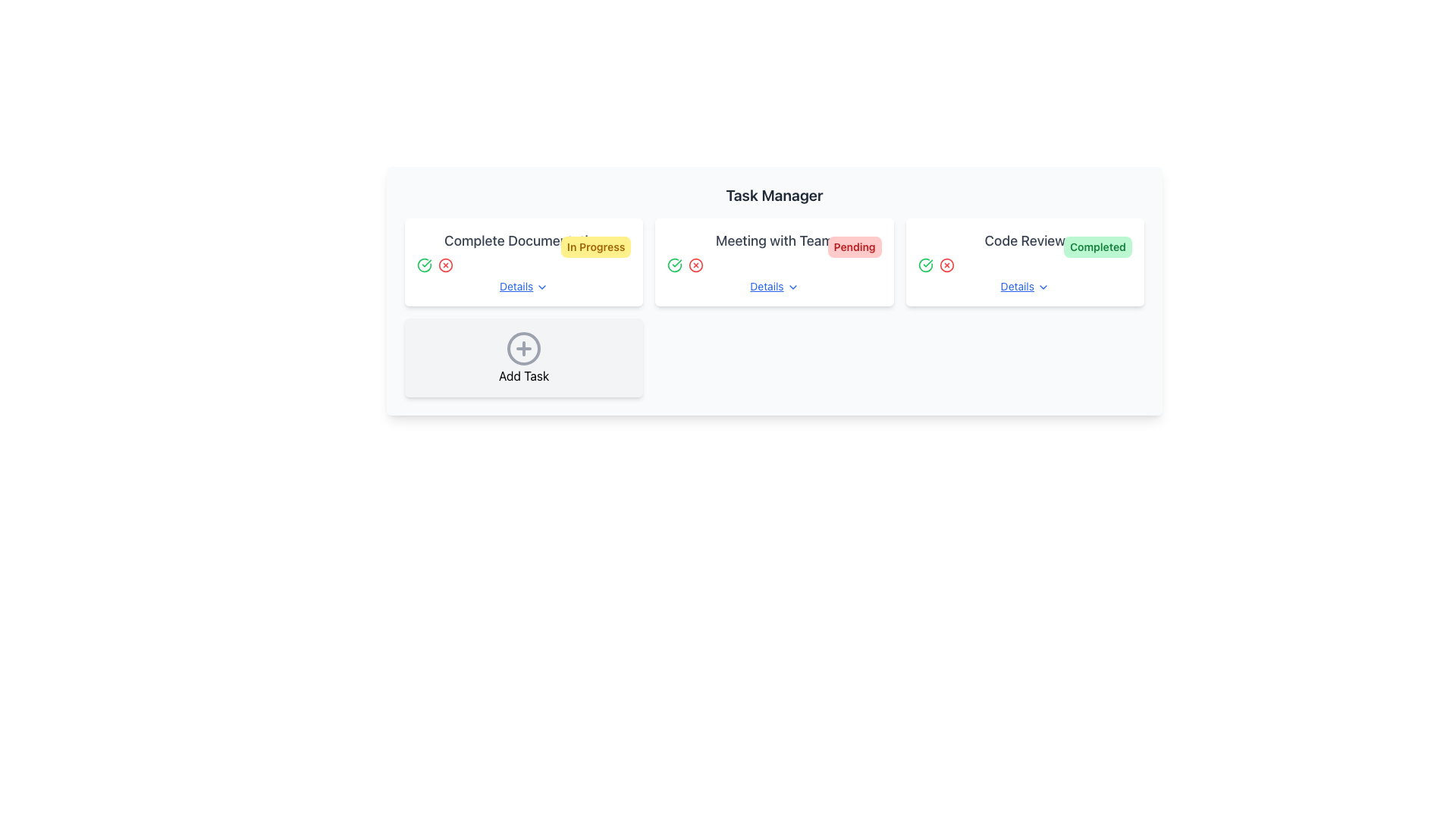  Describe the element at coordinates (1098, 246) in the screenshot. I see `the Status label indicating the completion status of the 'Code Review' task, located in the top-right corner of the white card` at that location.